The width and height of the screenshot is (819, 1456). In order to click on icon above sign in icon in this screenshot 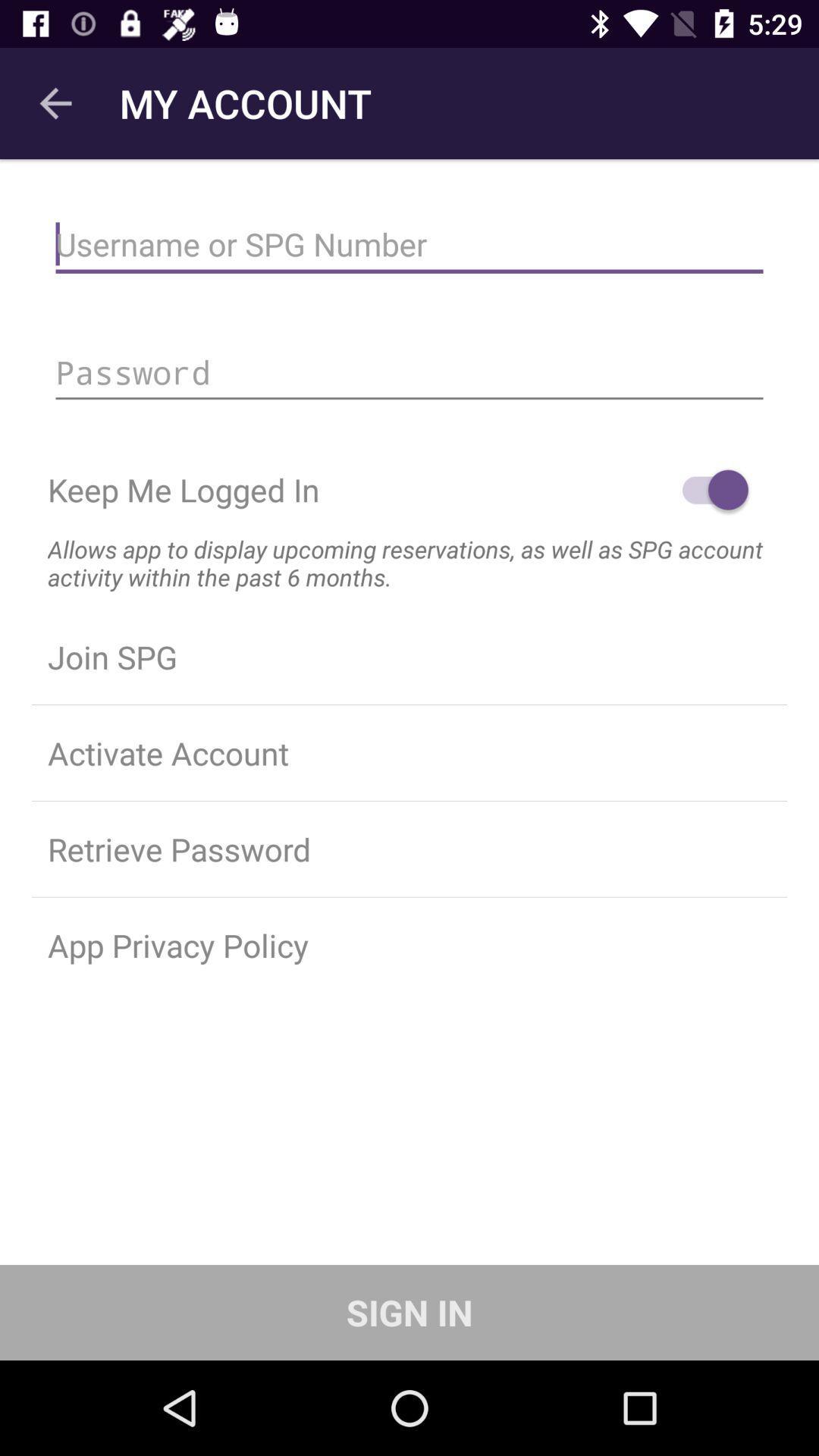, I will do `click(409, 944)`.